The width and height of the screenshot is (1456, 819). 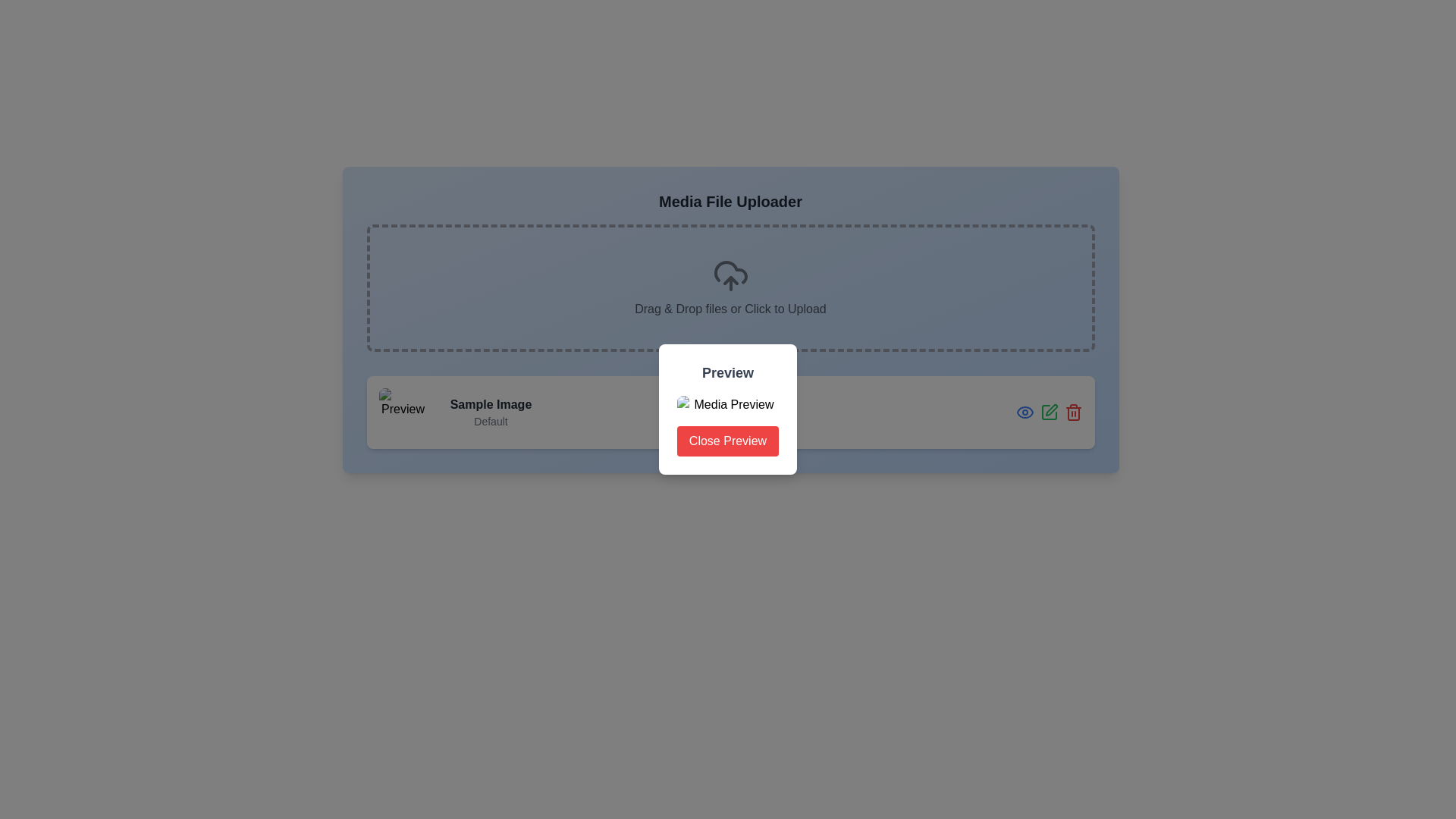 What do you see at coordinates (1048, 412) in the screenshot?
I see `the green pen icon located next to the blue eye icon, which is the second in a row of interactive icons` at bounding box center [1048, 412].